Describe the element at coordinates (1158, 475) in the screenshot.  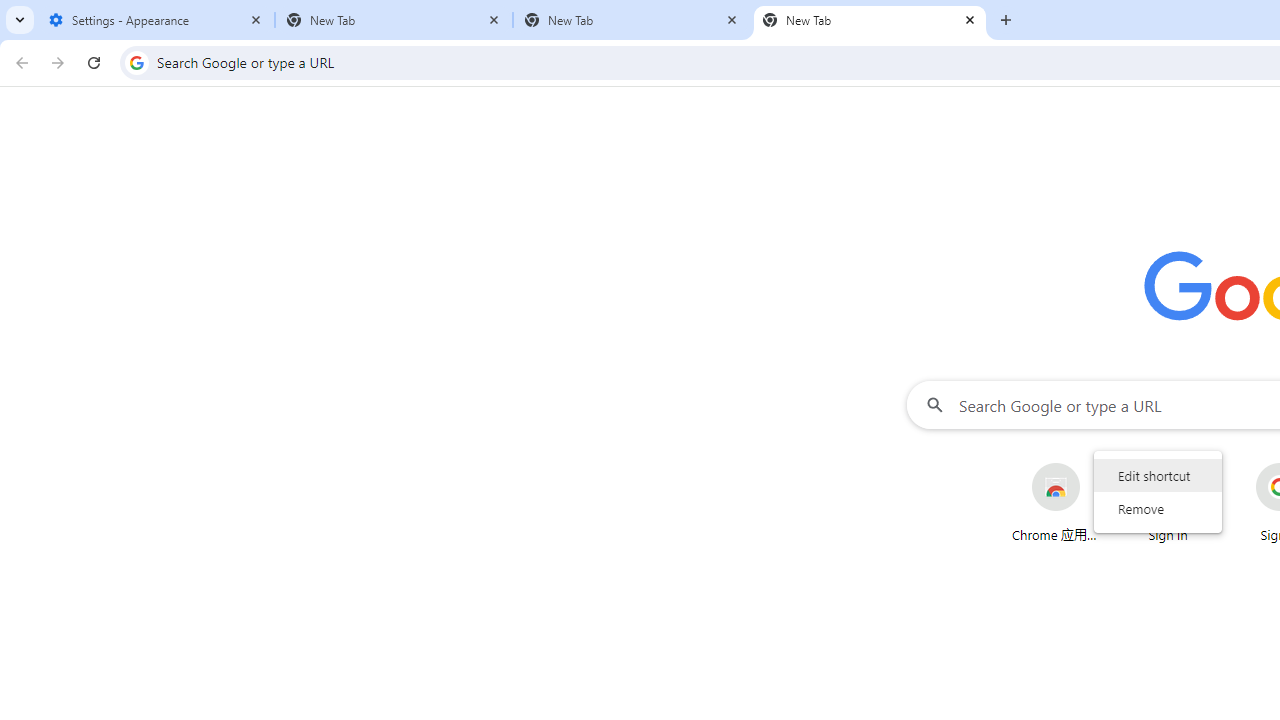
I see `'Edit shortcut'` at that location.